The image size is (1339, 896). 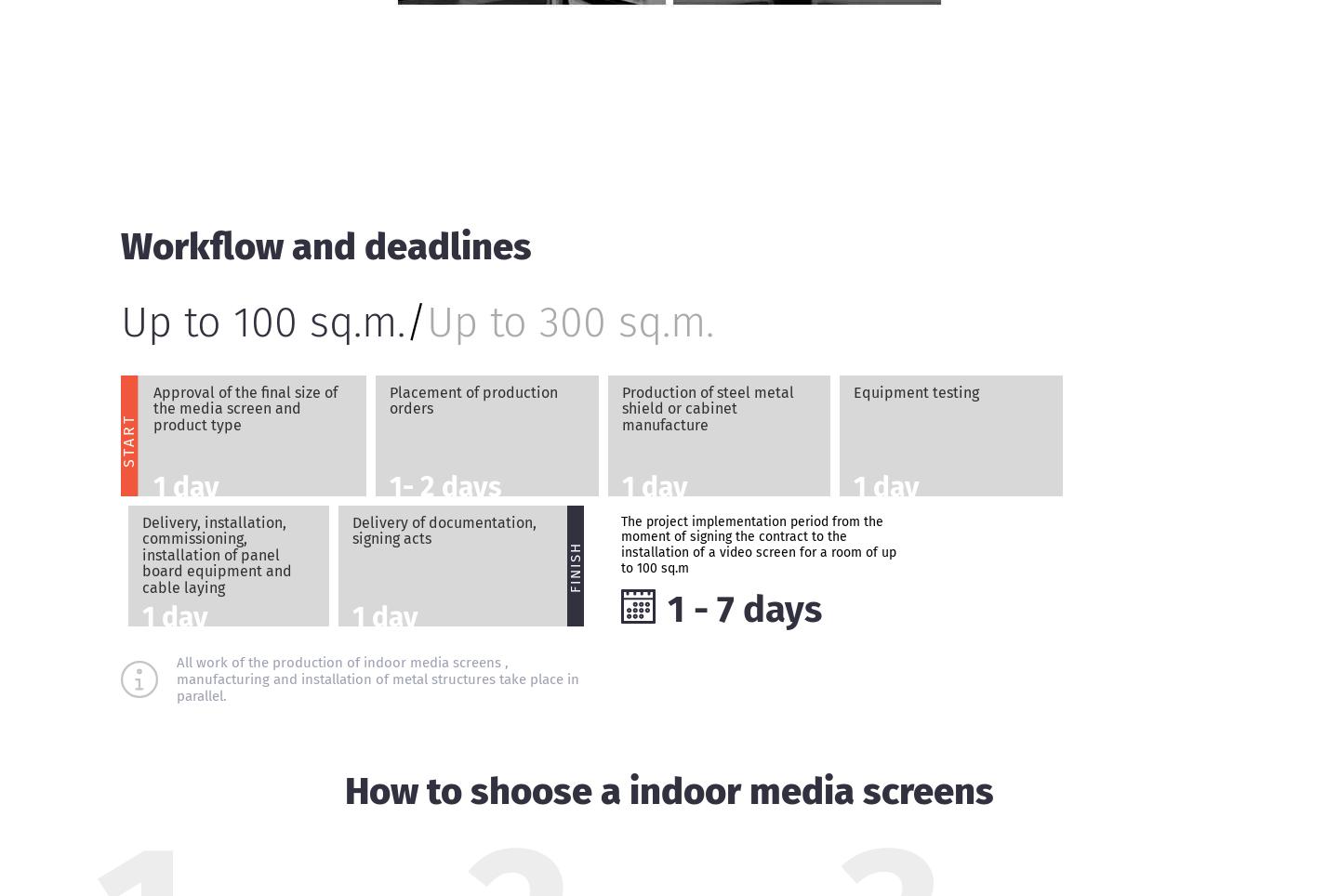 I want to click on 'Up to 100 sq.m.', so click(x=261, y=320).